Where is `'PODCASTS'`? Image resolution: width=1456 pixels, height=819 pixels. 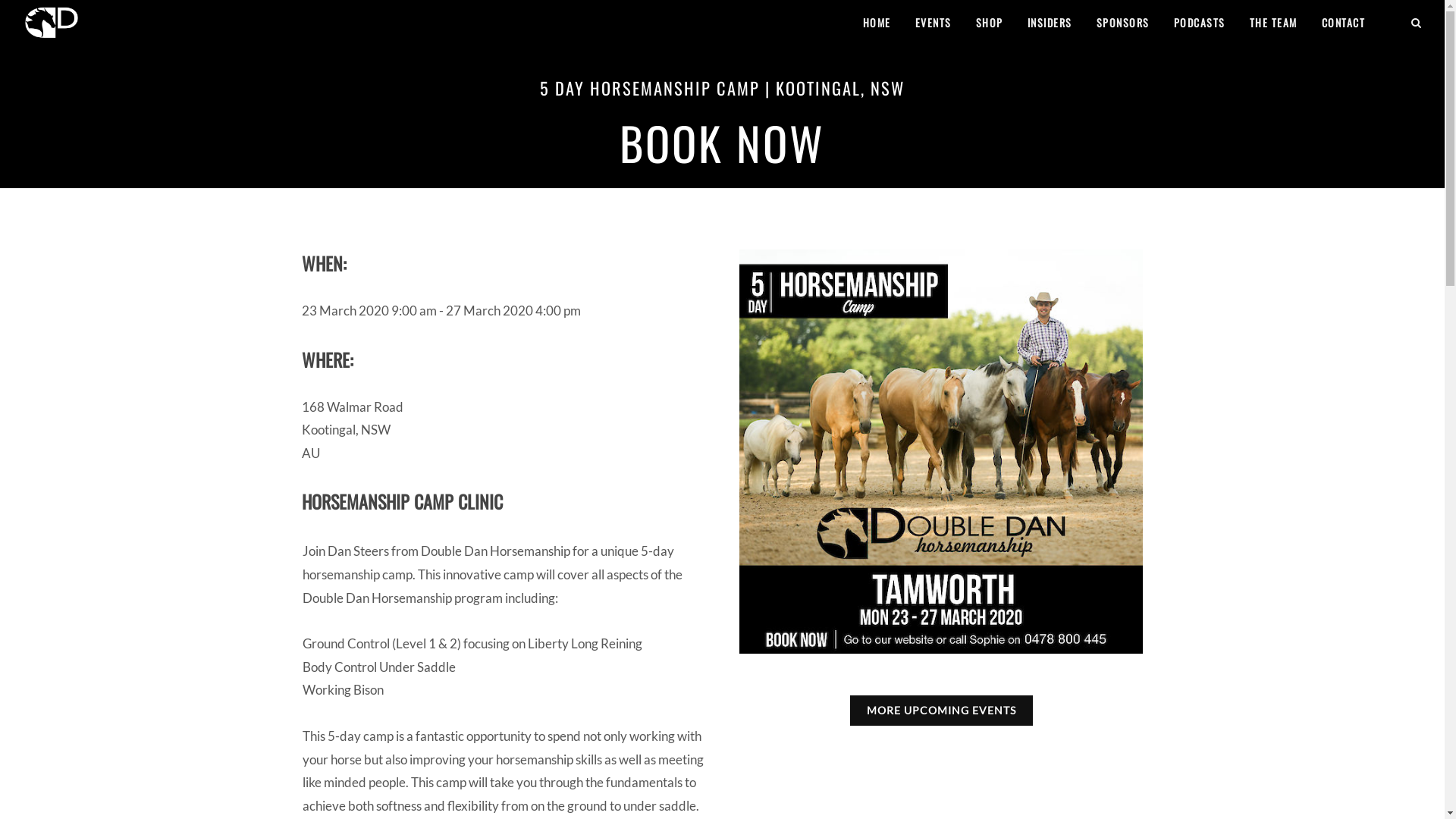
'PODCASTS' is located at coordinates (1197, 23).